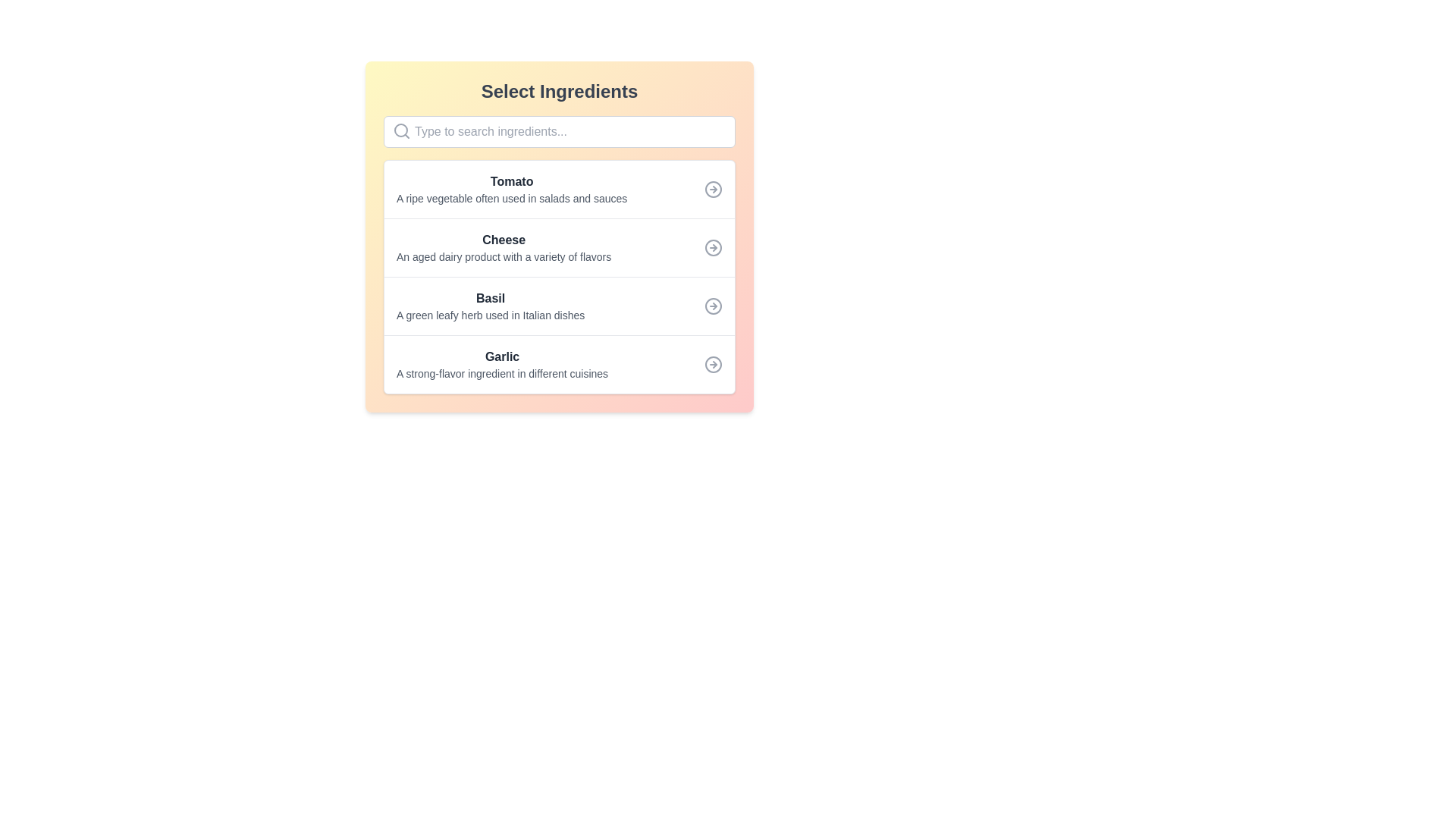 This screenshot has height=819, width=1456. Describe the element at coordinates (401, 130) in the screenshot. I see `the search icon located at the top-left corner of the input field, which indicates the search functionality` at that location.